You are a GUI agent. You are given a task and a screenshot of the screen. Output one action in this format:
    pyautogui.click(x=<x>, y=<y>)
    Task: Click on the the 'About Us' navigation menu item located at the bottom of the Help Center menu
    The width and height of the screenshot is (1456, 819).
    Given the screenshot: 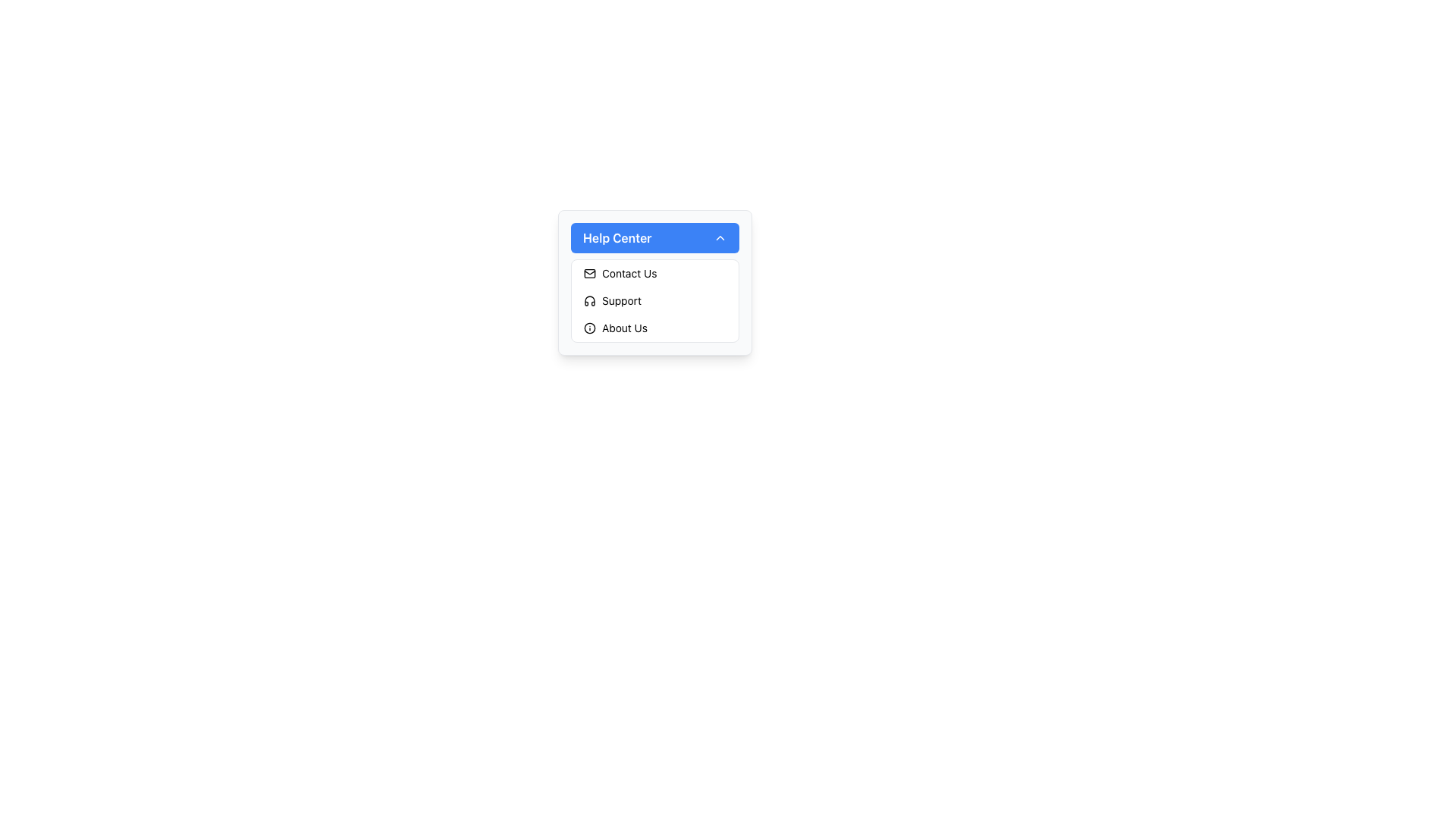 What is the action you would take?
    pyautogui.click(x=655, y=327)
    